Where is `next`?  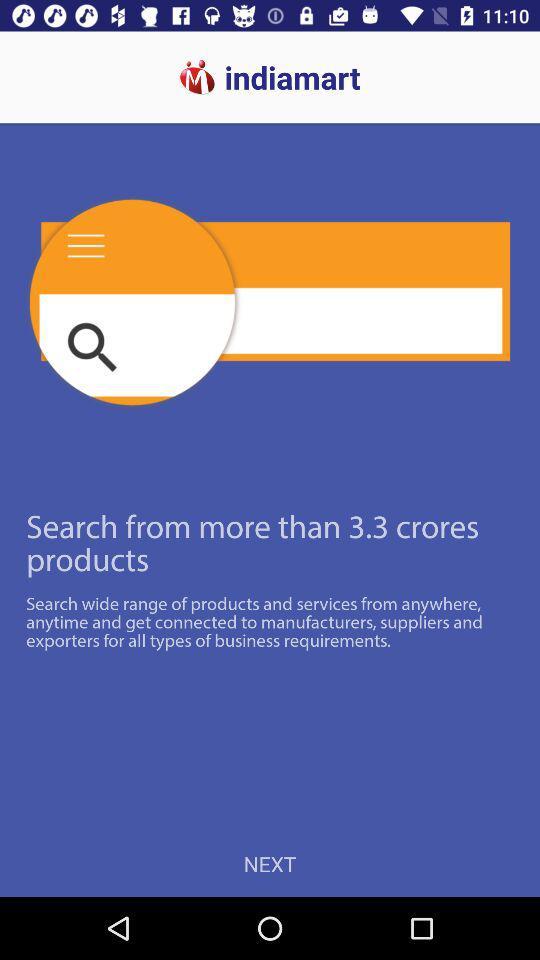
next is located at coordinates (270, 863).